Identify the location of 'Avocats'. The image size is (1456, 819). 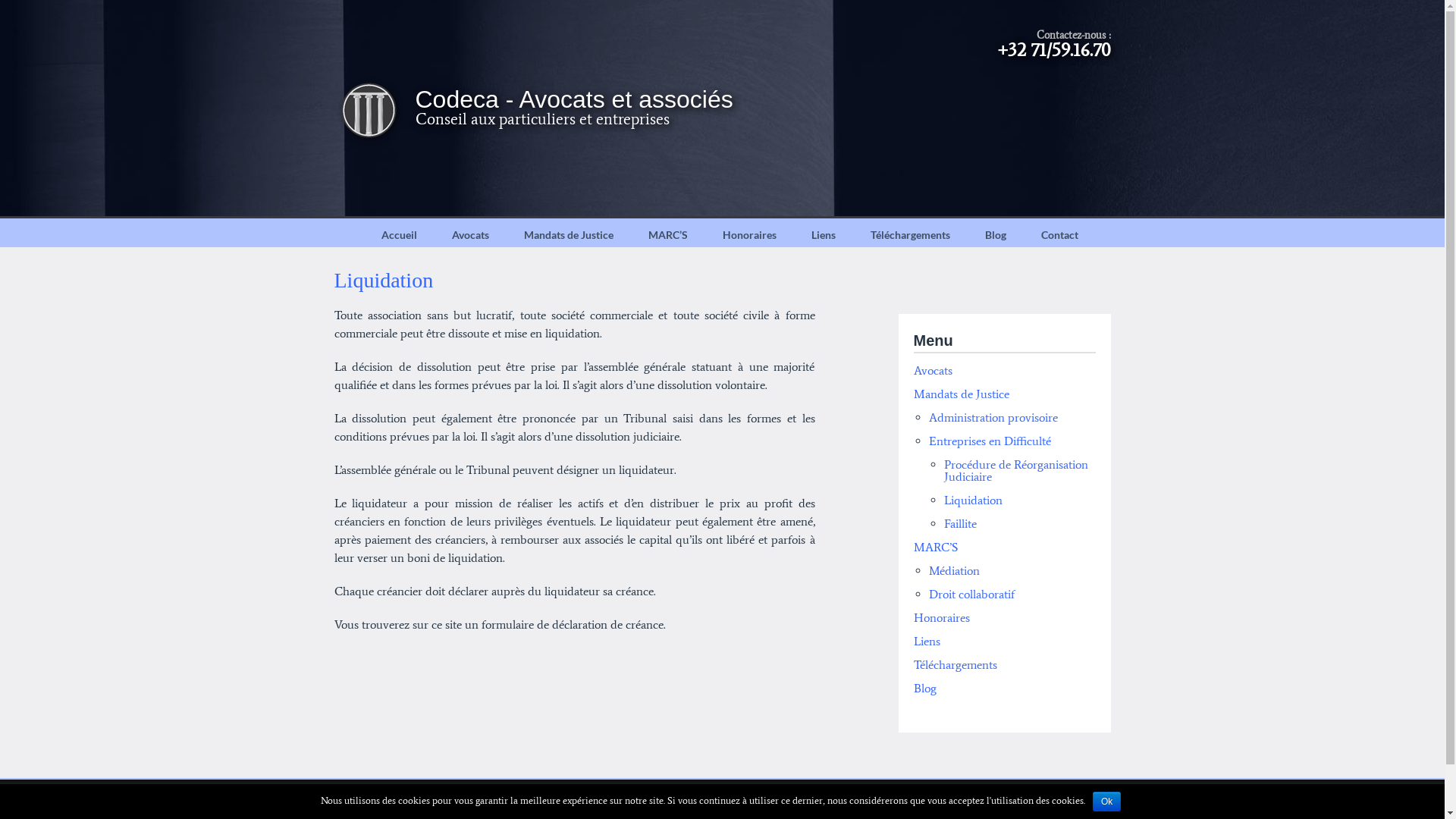
(469, 234).